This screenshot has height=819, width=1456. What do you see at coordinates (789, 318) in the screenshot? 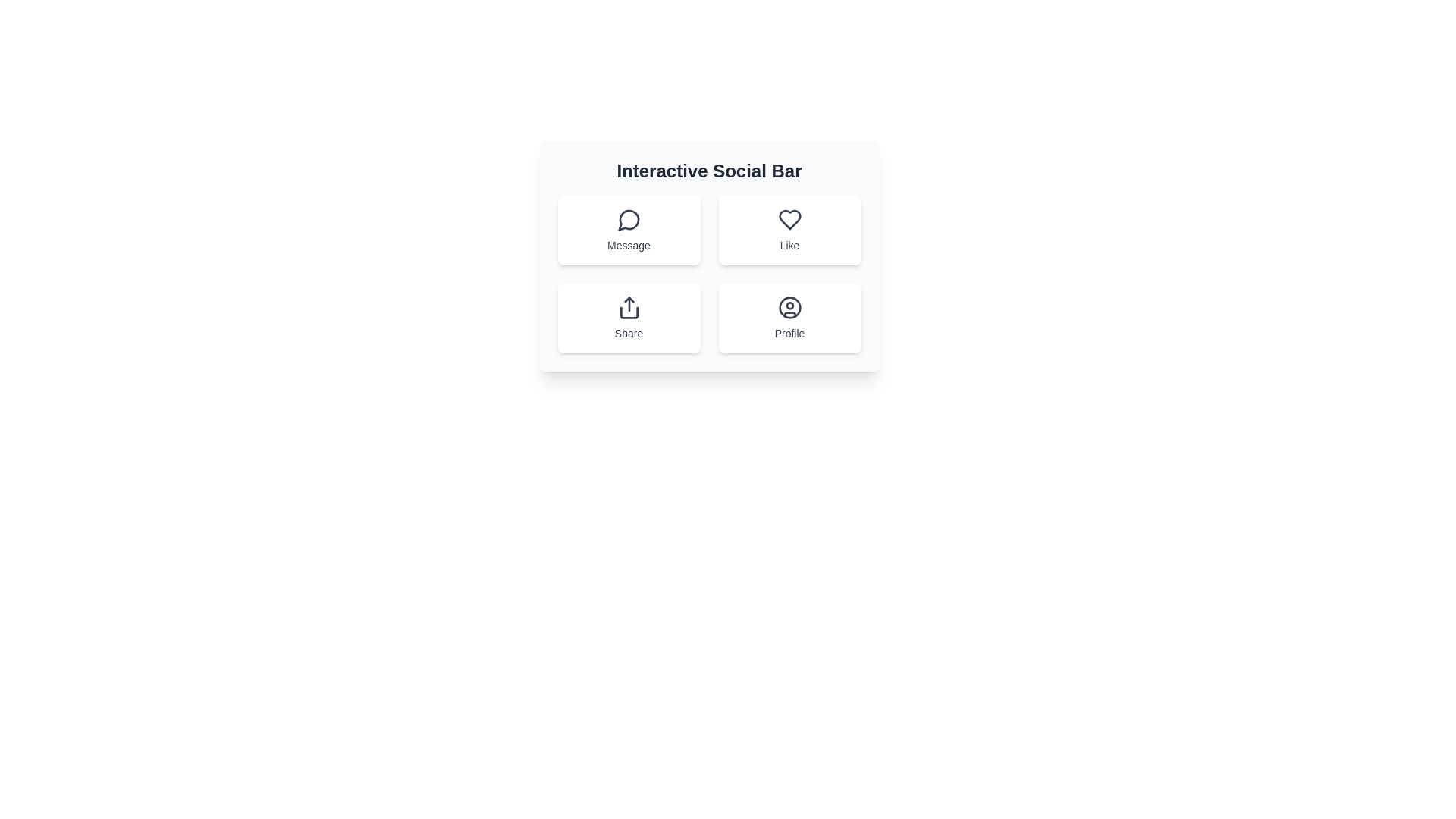
I see `the profile navigation button located in the bottom-right position of the grid layout, which triggers hover effects` at bounding box center [789, 318].